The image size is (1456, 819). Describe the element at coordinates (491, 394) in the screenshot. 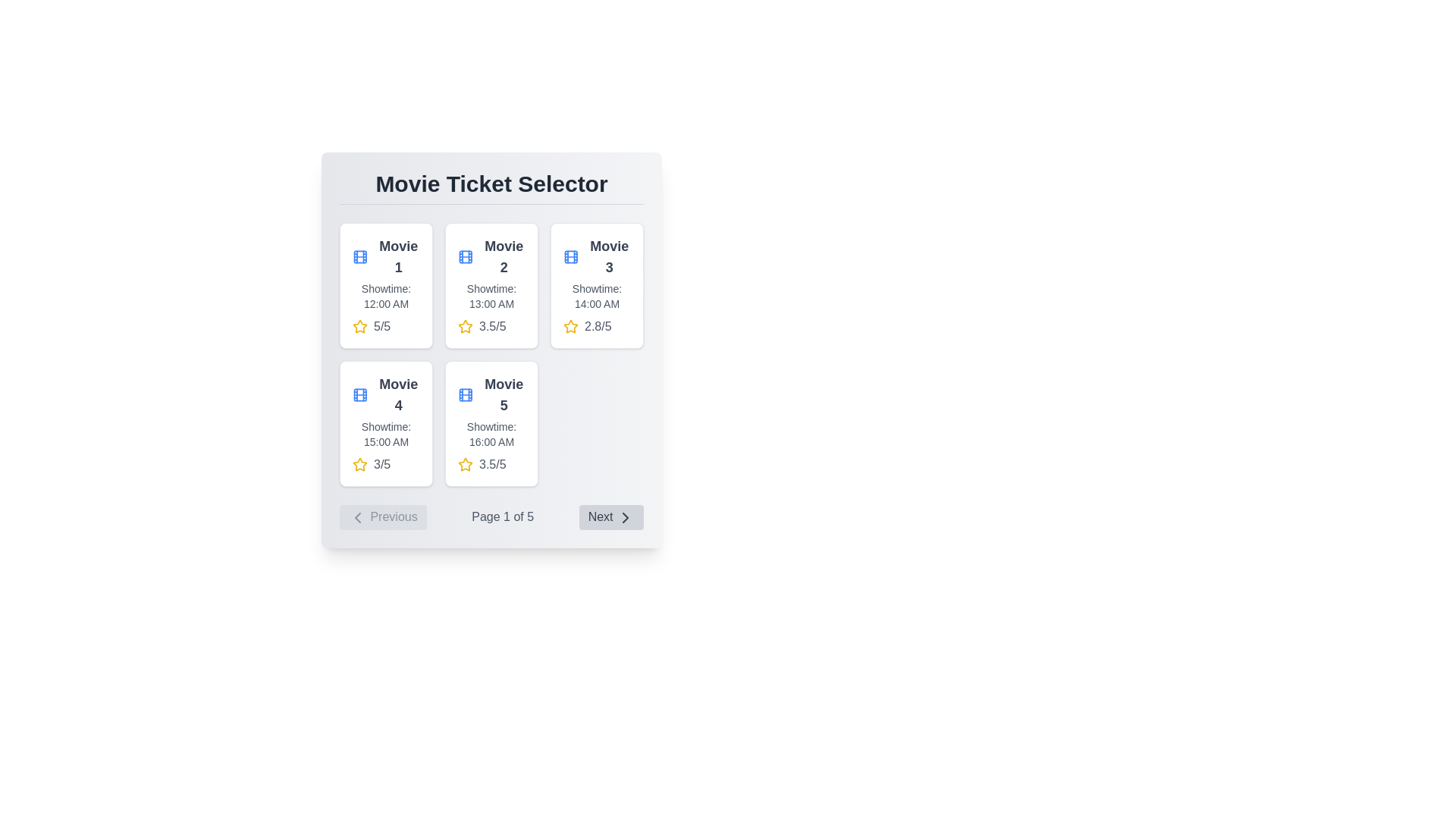

I see `text of the label 'Movie 5' which is styled in a large, bold font and located next to a film reel icon, positioned in the bottom row, second column of the grid under the heading 'Movie Ticket Selector'` at that location.